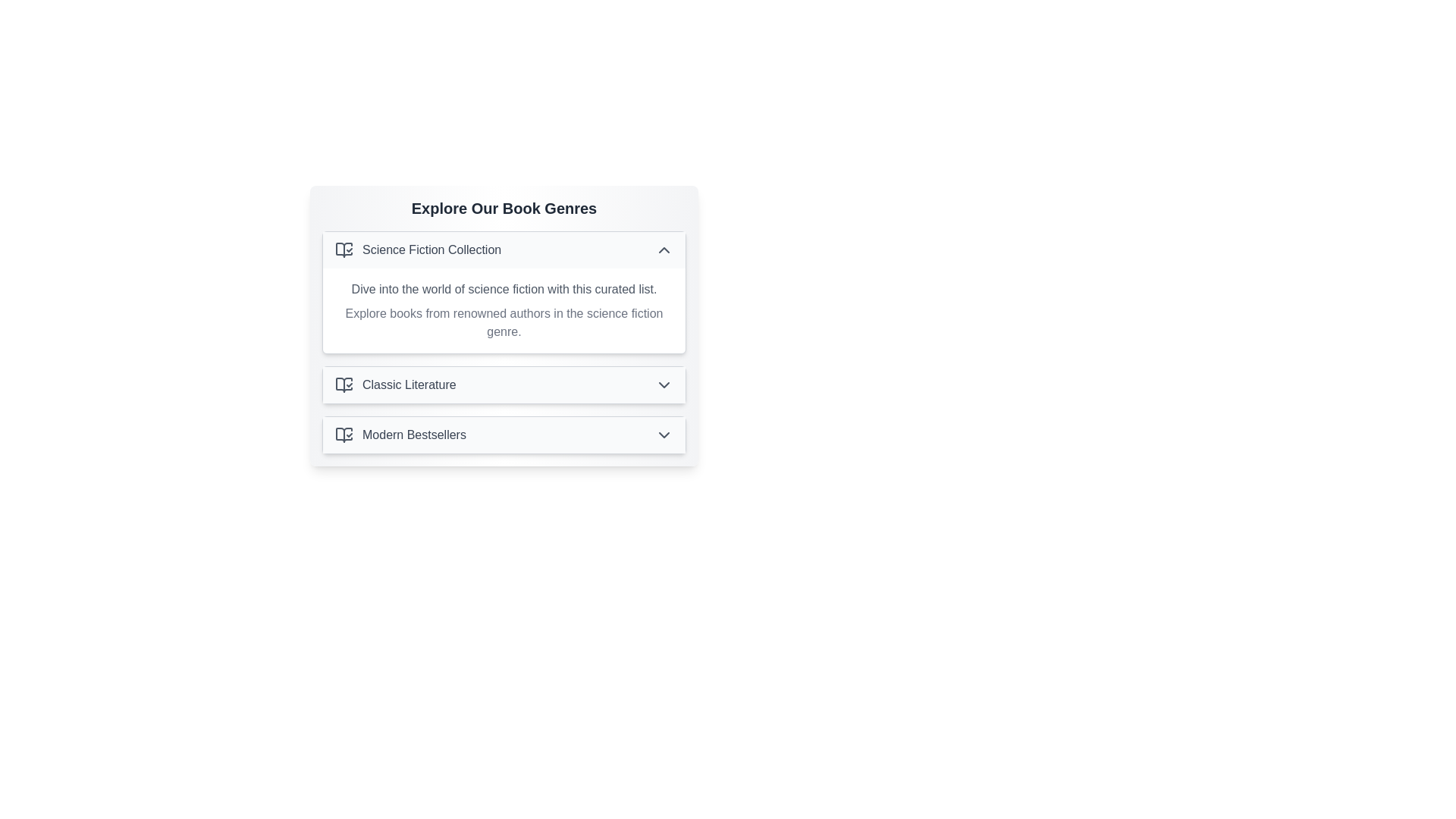 Image resolution: width=1456 pixels, height=819 pixels. Describe the element at coordinates (664, 435) in the screenshot. I see `the downward-pointing gray chevron icon at the far right end of the 'Modern Bestsellers' section` at that location.